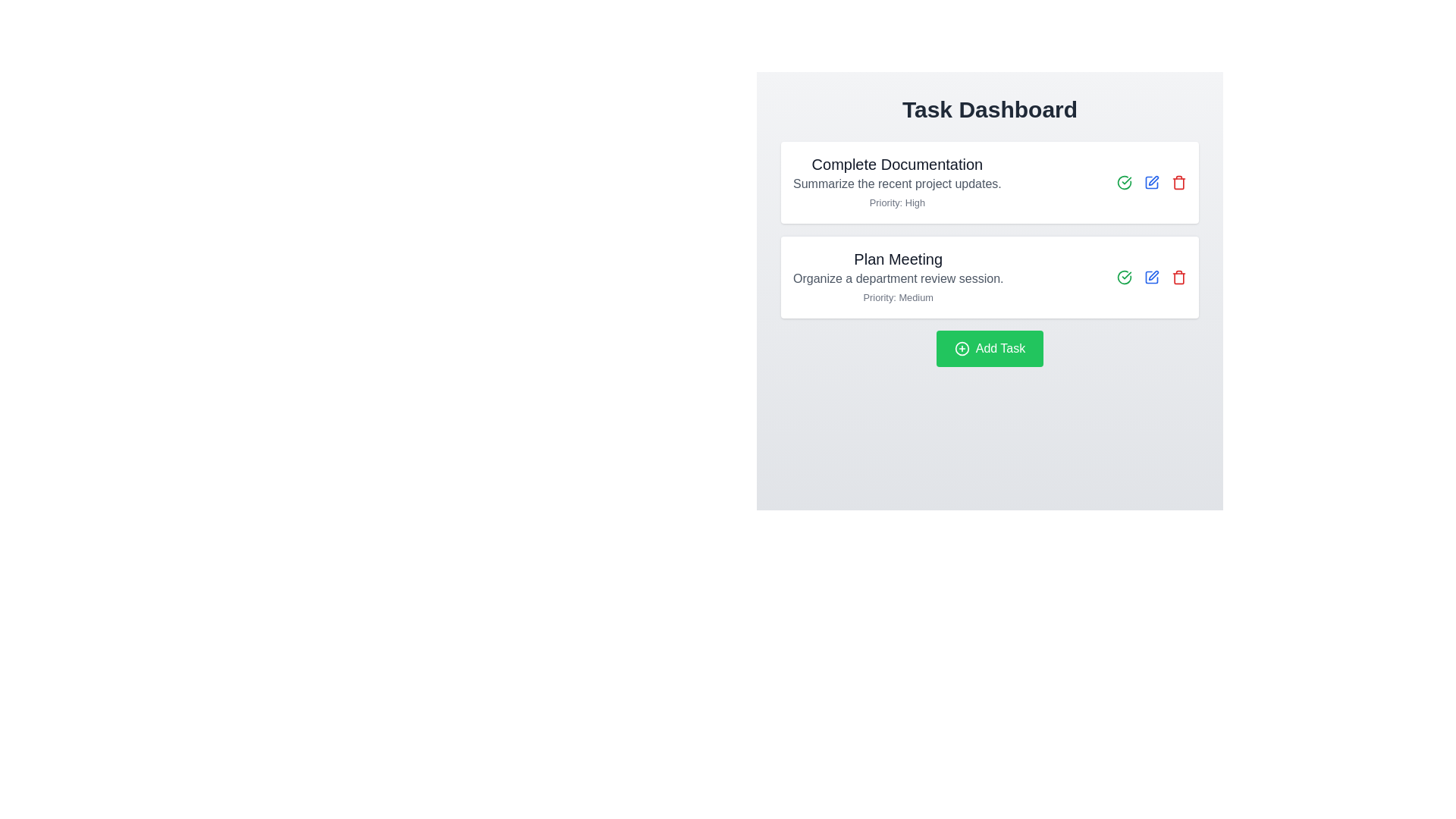  Describe the element at coordinates (1153, 180) in the screenshot. I see `the middle icon button located to the right of the task description interface` at that location.